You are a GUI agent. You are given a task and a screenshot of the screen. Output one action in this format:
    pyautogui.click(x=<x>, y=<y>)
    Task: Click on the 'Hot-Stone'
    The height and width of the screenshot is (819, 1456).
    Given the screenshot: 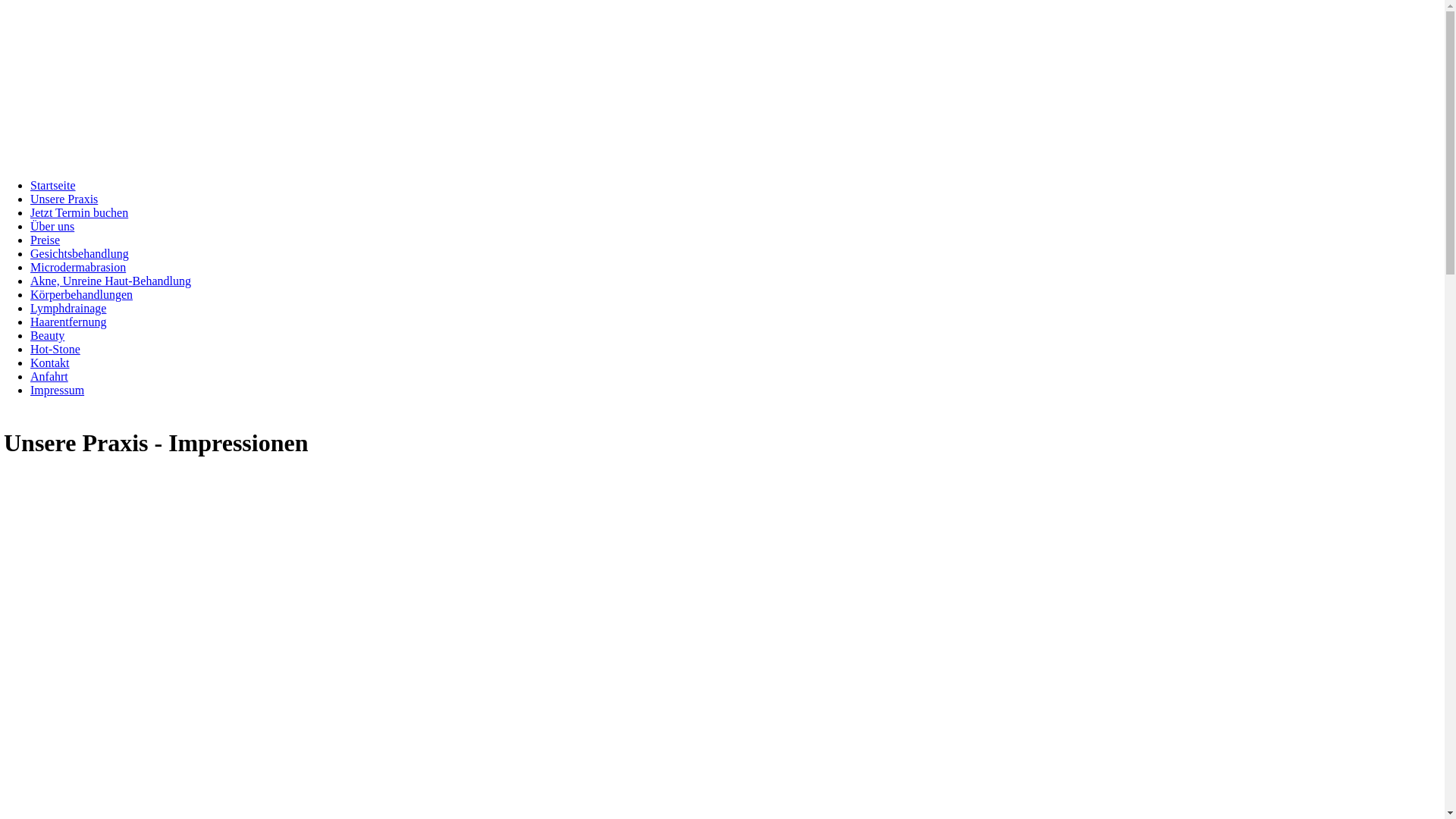 What is the action you would take?
    pyautogui.click(x=55, y=349)
    